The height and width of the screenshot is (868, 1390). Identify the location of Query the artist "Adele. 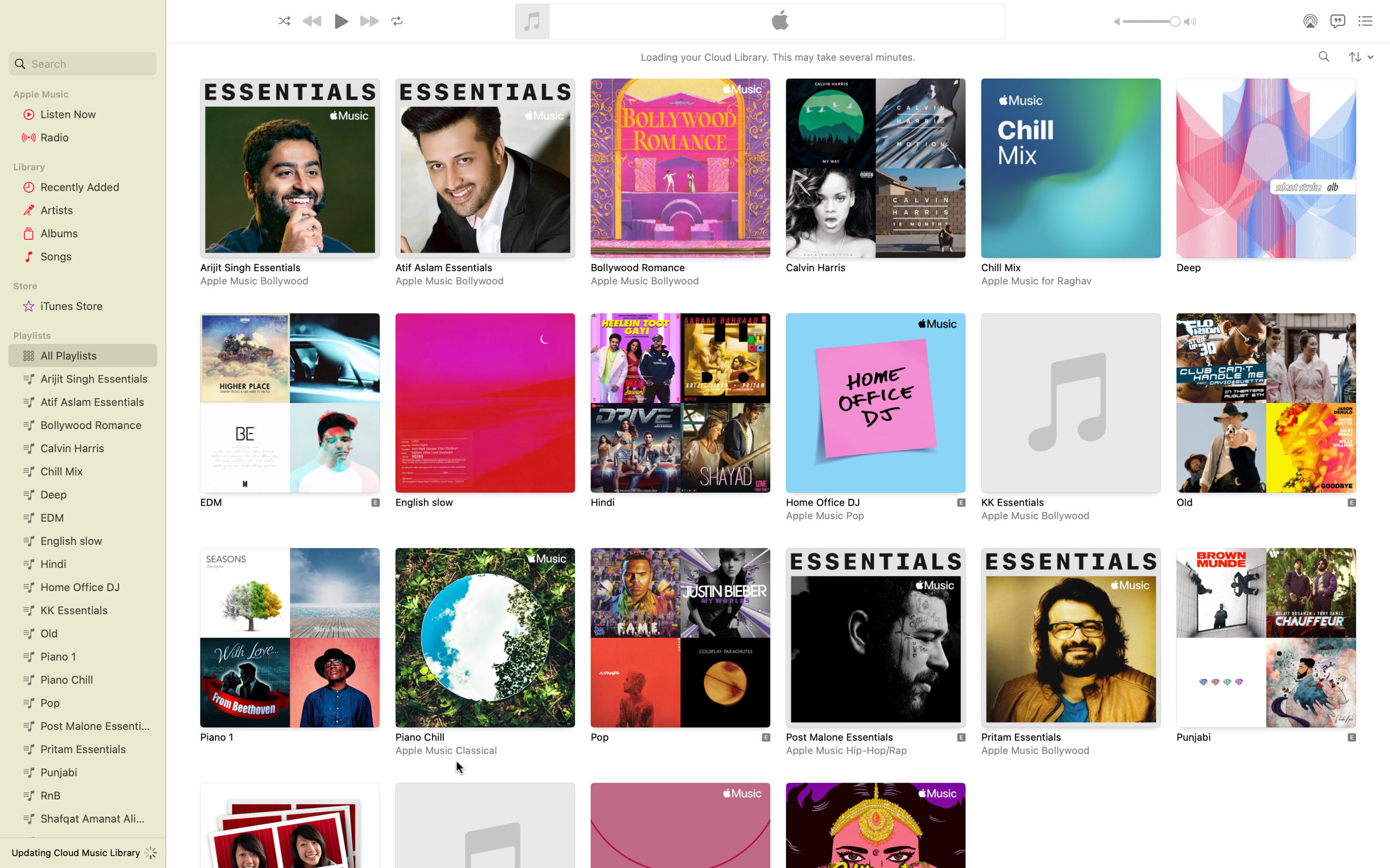
(1324, 57).